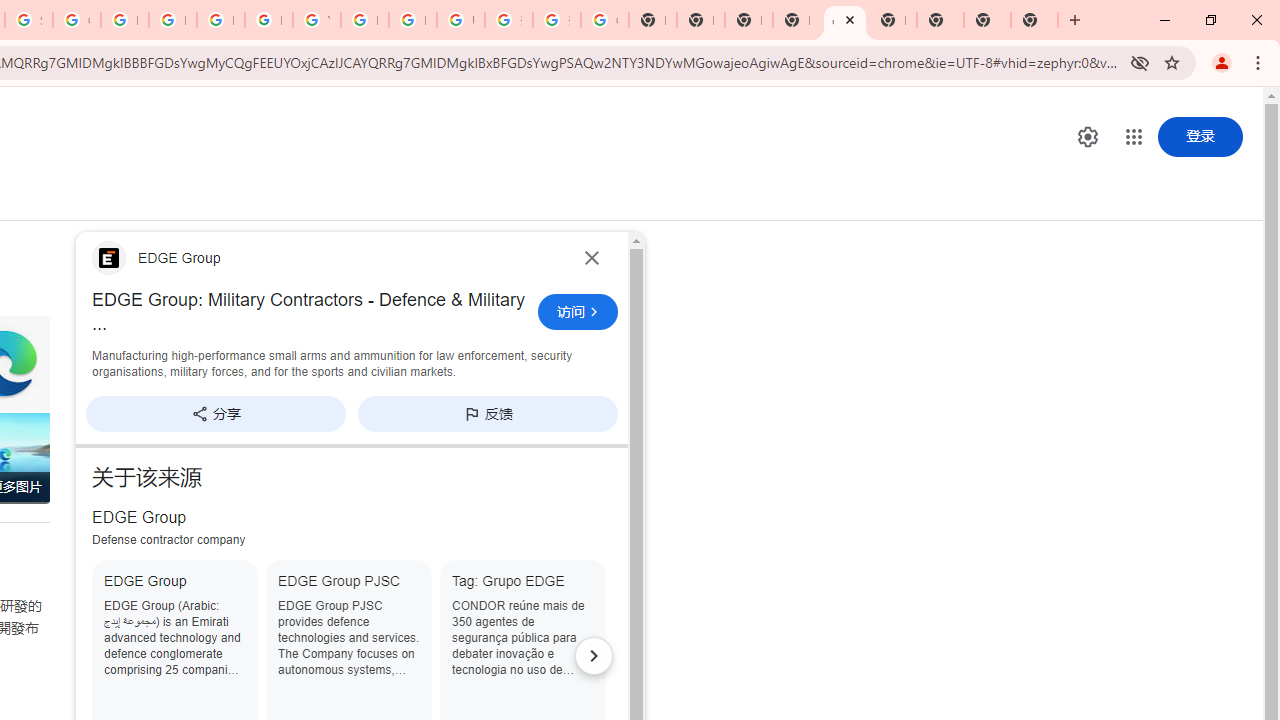 The image size is (1280, 720). Describe the element at coordinates (308, 312) in the screenshot. I see `'EDGE Group: Military Contractors - Defence & Military ...'` at that location.